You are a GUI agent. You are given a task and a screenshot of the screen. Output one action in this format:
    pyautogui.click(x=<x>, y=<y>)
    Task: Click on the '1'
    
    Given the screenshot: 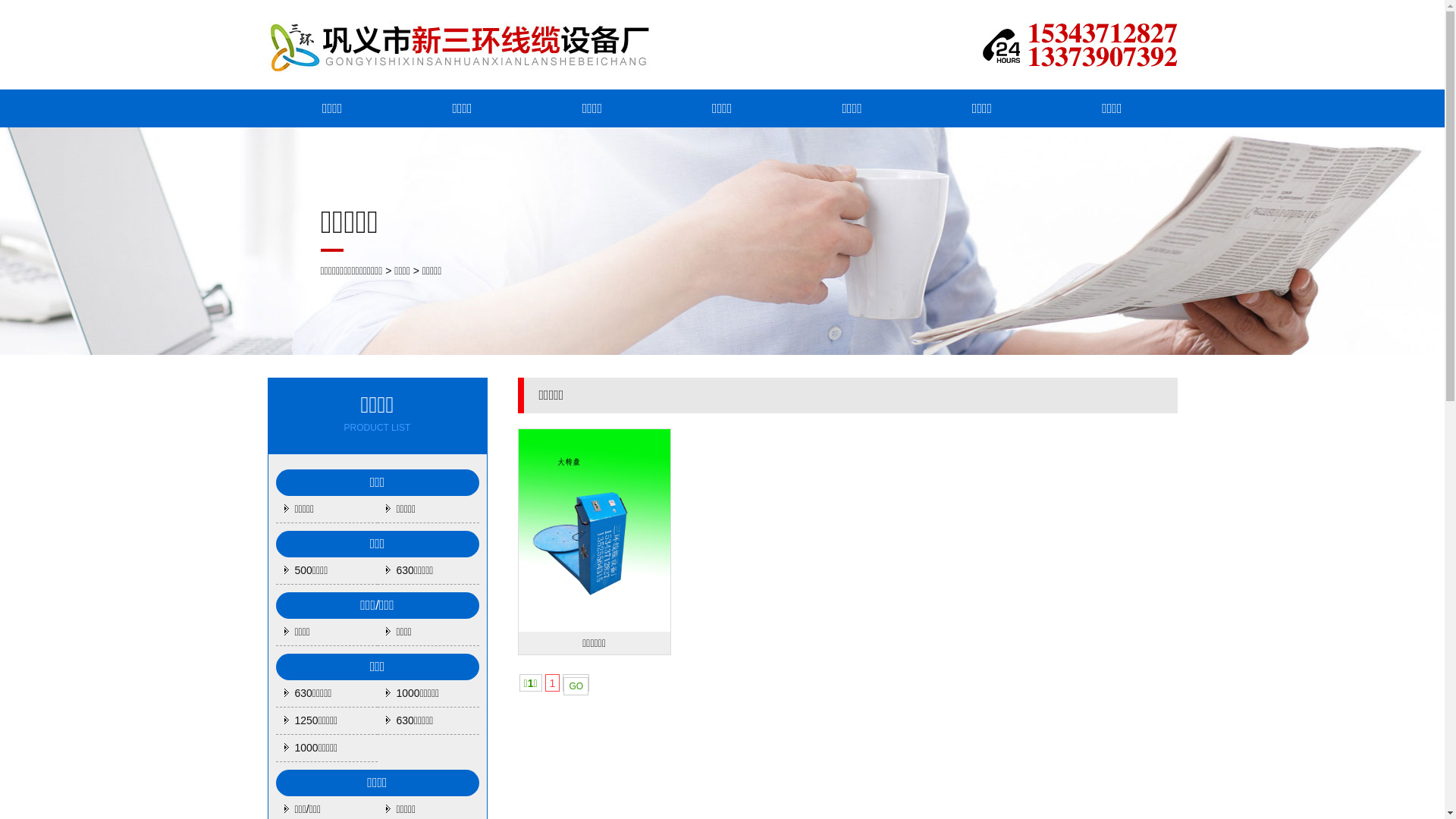 What is the action you would take?
    pyautogui.click(x=552, y=682)
    